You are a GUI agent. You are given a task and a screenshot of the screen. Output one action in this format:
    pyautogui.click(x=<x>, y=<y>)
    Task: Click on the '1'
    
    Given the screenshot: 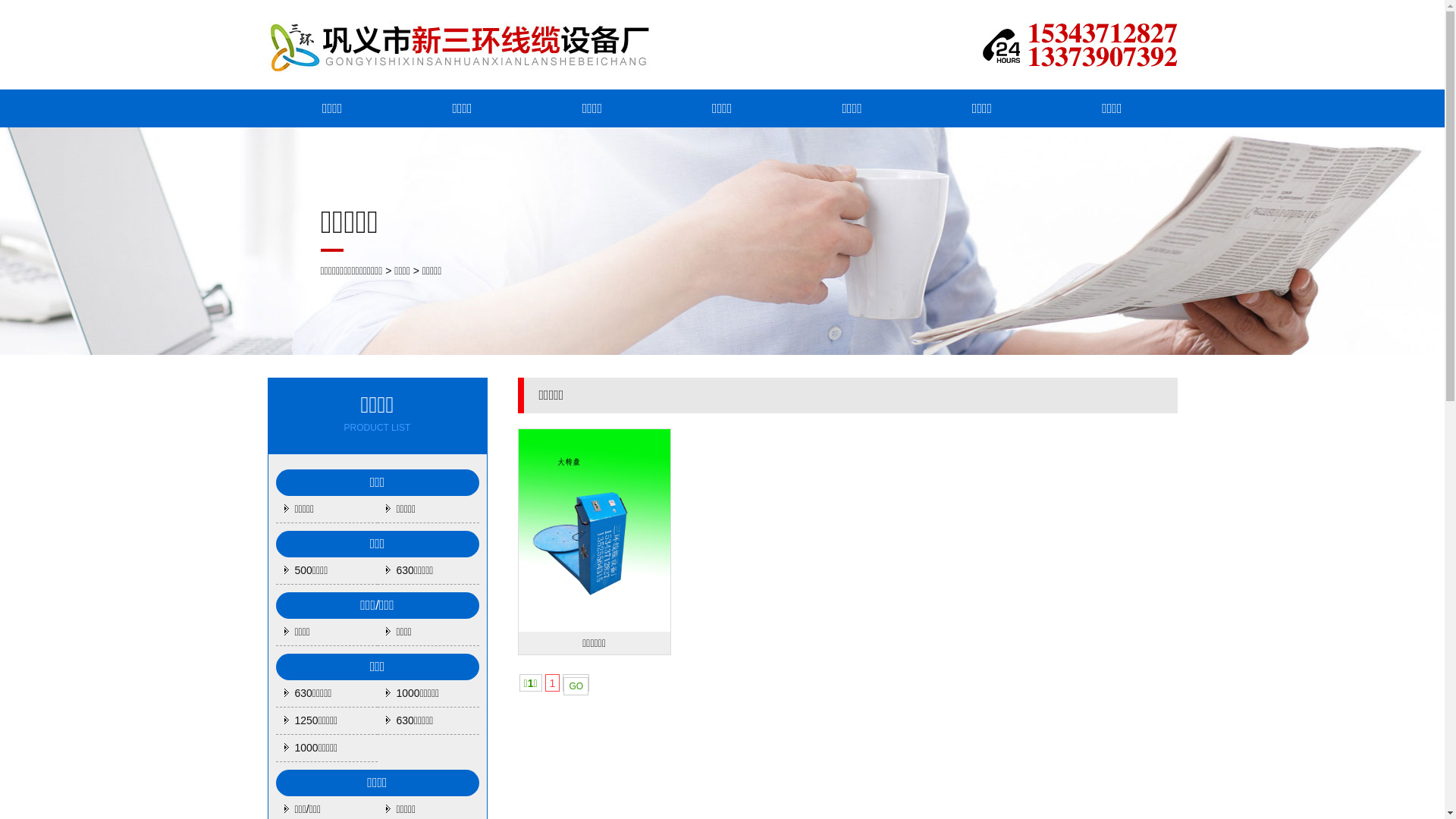 What is the action you would take?
    pyautogui.click(x=552, y=682)
    